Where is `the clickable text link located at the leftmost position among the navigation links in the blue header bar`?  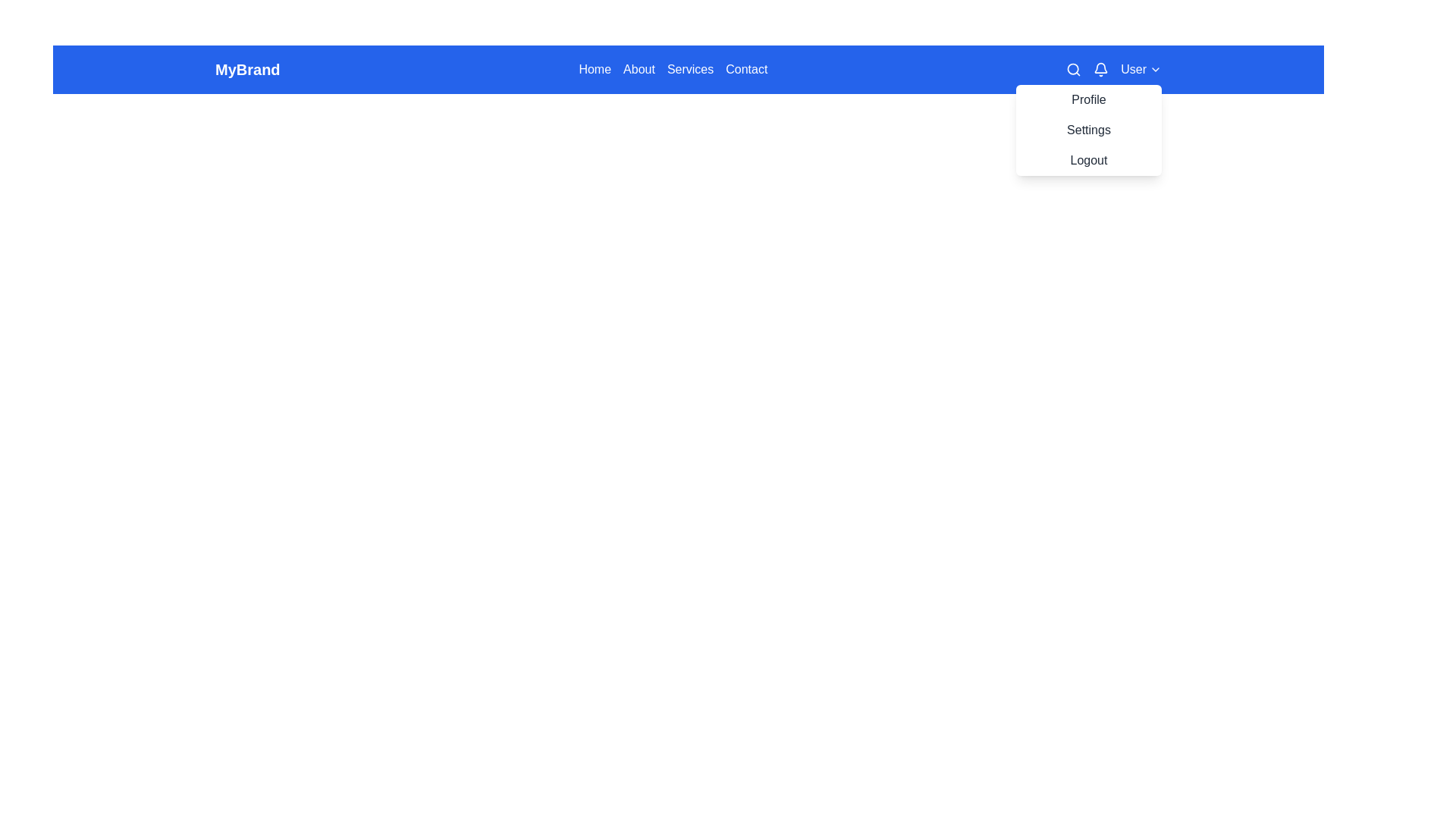 the clickable text link located at the leftmost position among the navigation links in the blue header bar is located at coordinates (594, 70).